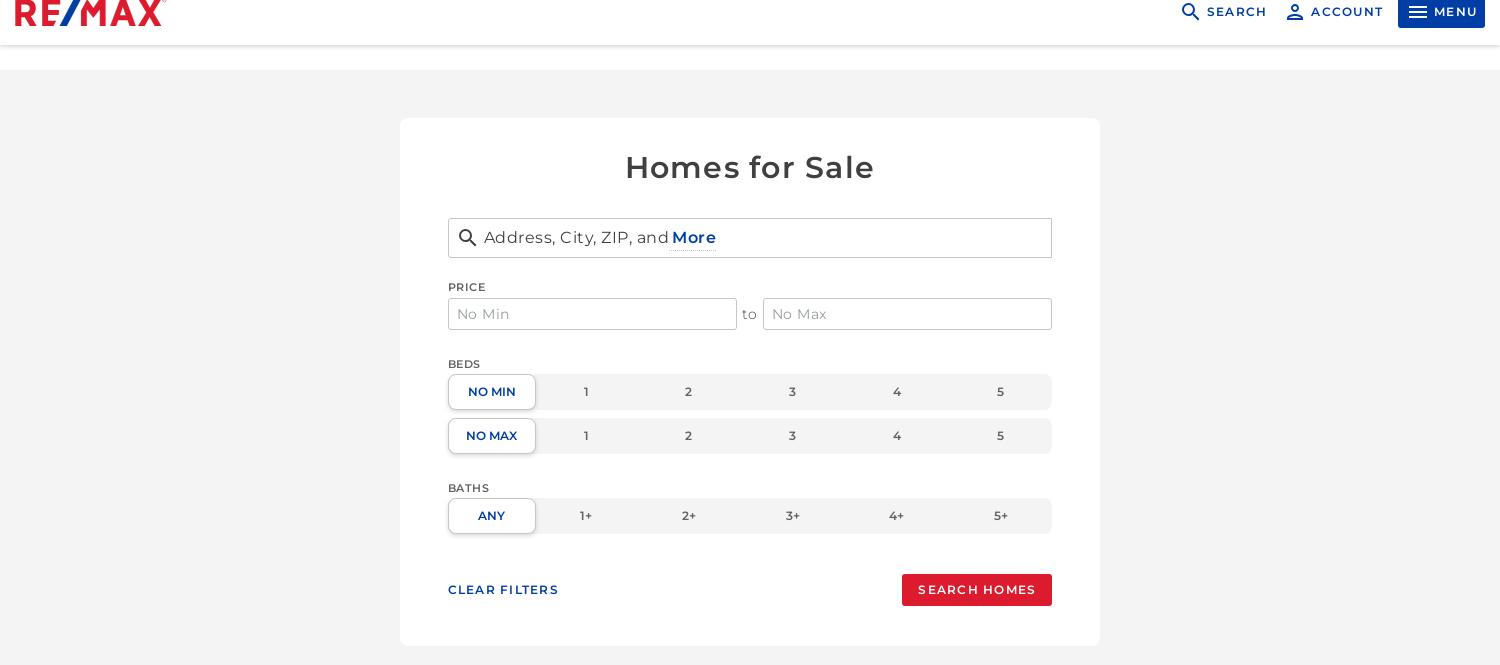 The width and height of the screenshot is (1500, 665). What do you see at coordinates (975, 589) in the screenshot?
I see `'Search Homes'` at bounding box center [975, 589].